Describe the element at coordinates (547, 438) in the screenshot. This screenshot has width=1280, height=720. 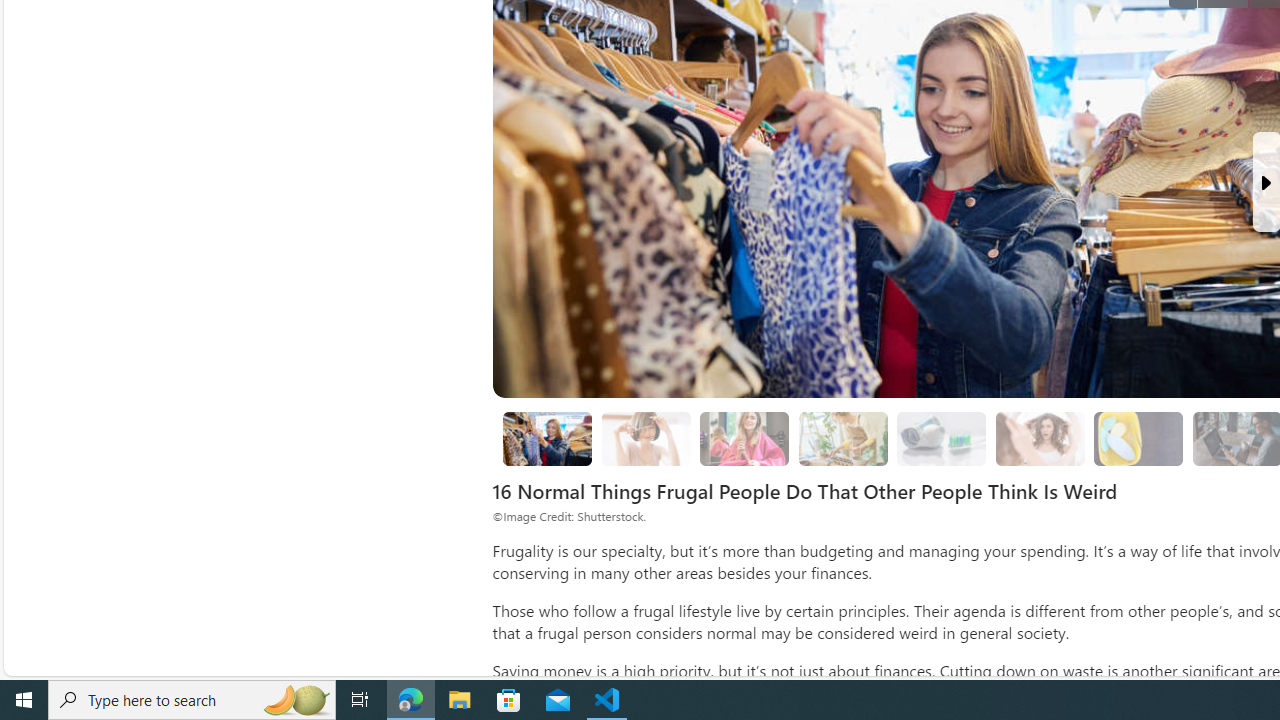
I see `'8. Thrift Shopping'` at that location.